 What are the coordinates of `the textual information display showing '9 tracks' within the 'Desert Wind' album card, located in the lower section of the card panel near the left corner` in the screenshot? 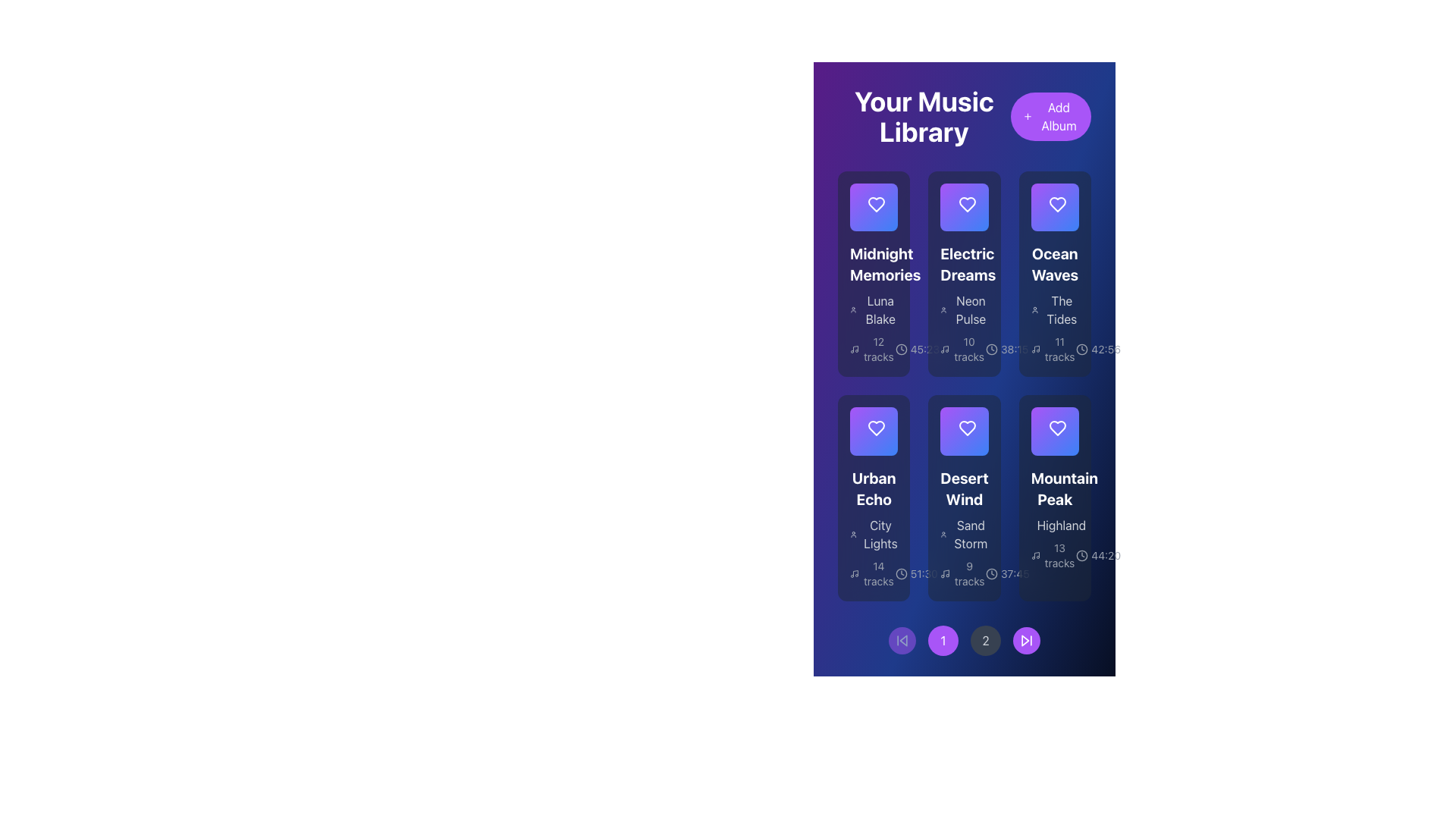 It's located at (968, 573).